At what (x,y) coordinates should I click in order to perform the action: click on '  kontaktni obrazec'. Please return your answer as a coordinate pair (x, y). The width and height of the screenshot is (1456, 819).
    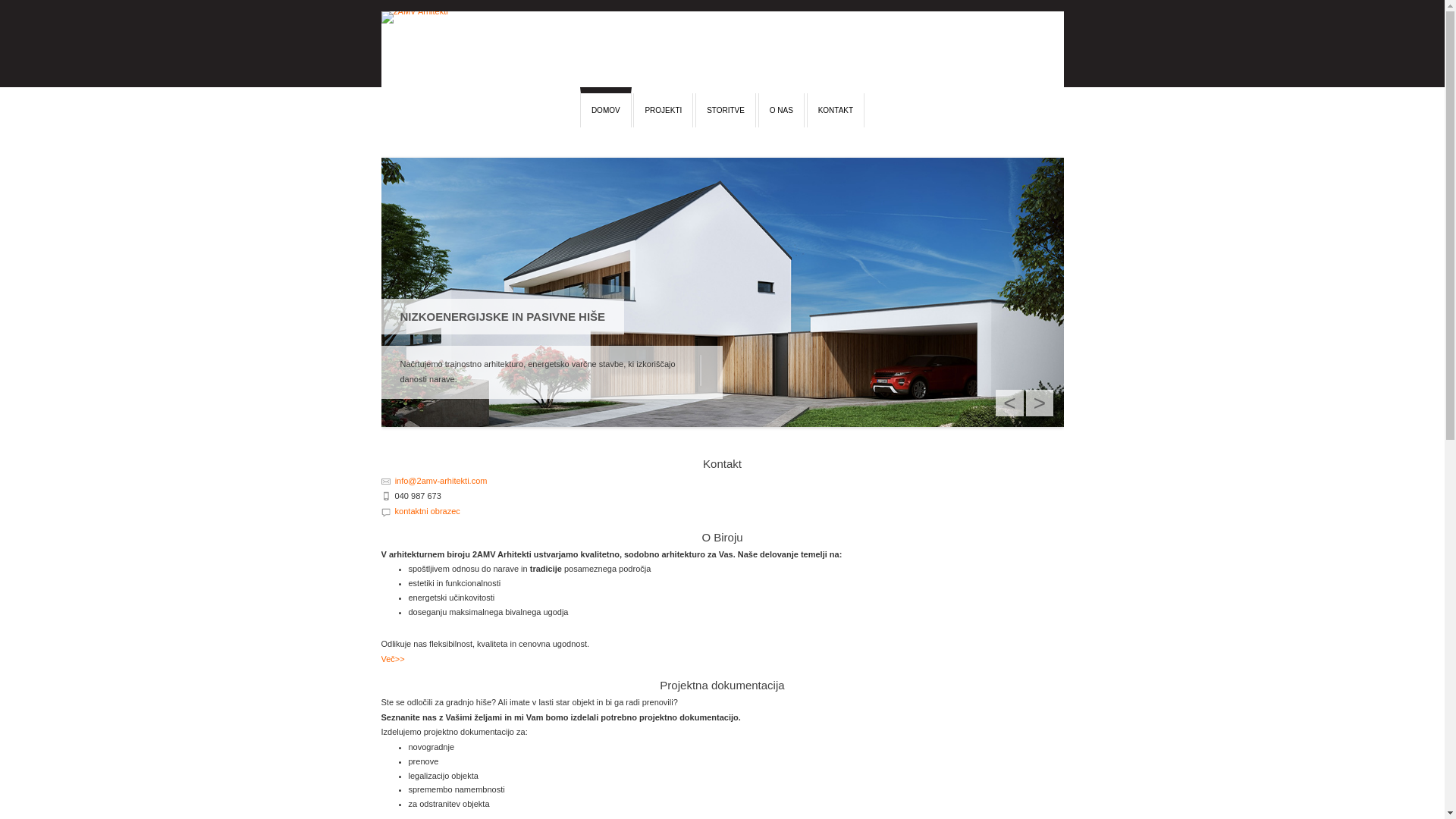
    Looking at the image, I should click on (425, 511).